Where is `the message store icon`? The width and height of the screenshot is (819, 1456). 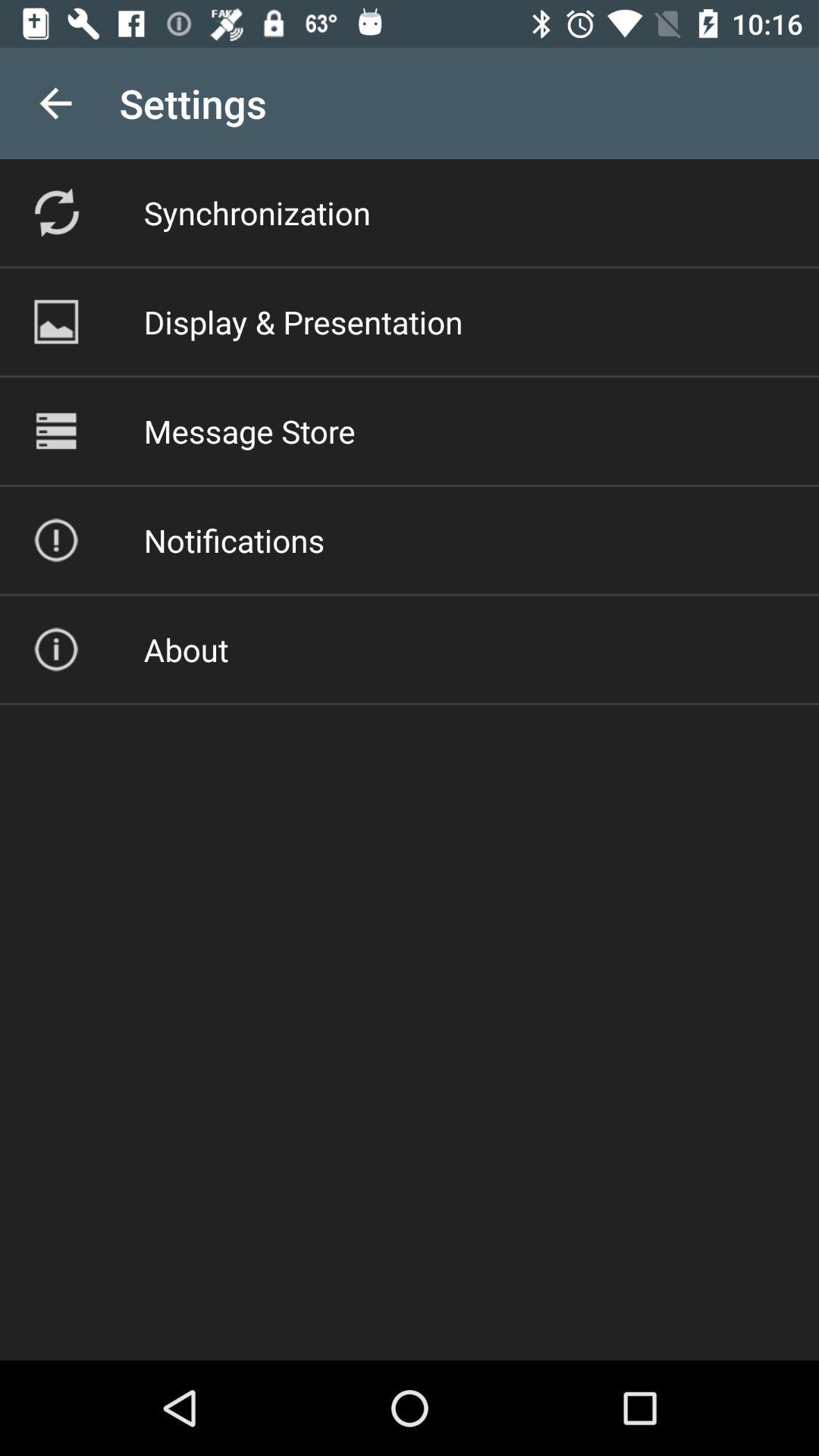
the message store icon is located at coordinates (249, 430).